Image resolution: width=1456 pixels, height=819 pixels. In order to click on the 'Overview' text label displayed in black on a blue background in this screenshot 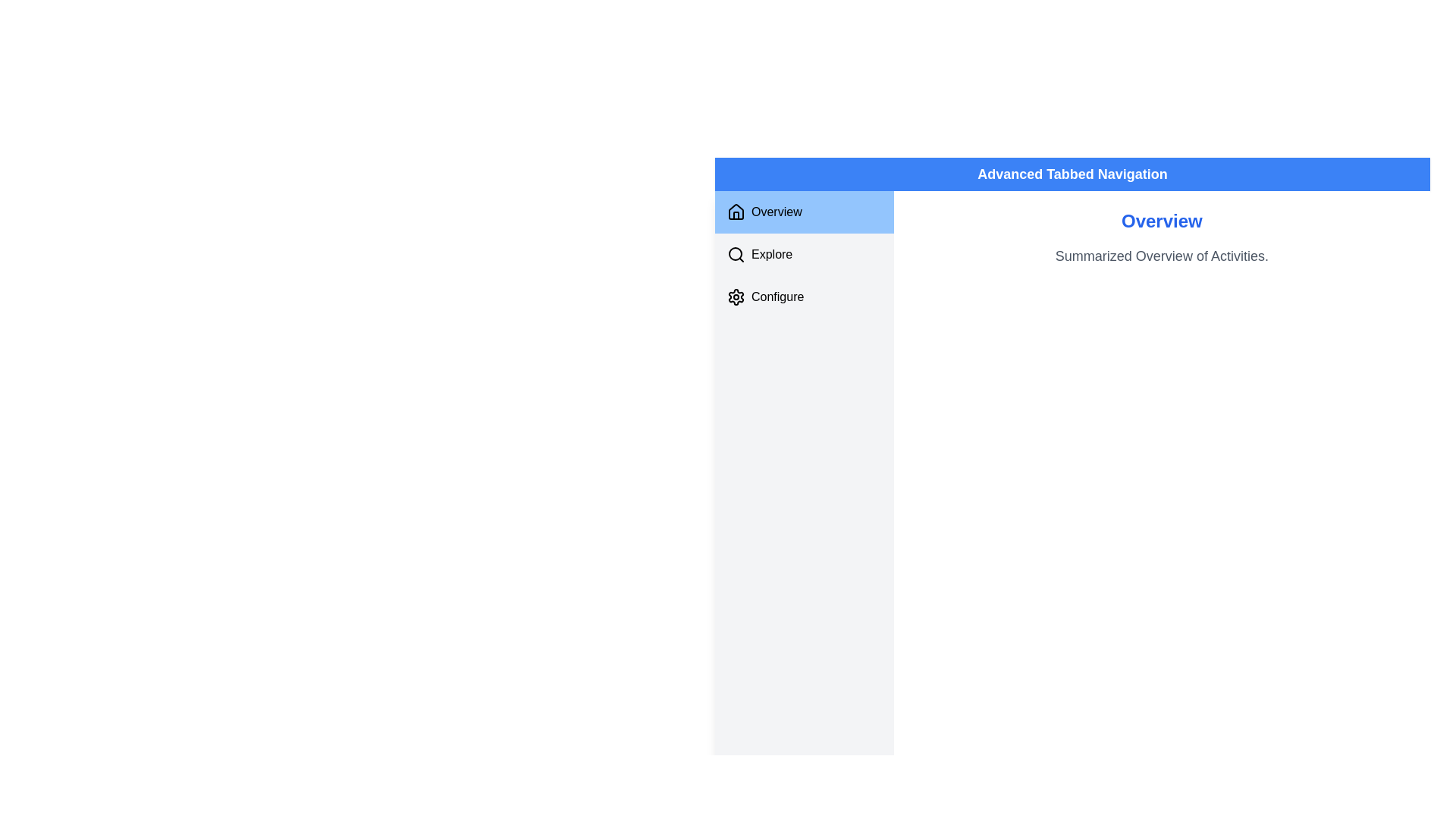, I will do `click(777, 212)`.